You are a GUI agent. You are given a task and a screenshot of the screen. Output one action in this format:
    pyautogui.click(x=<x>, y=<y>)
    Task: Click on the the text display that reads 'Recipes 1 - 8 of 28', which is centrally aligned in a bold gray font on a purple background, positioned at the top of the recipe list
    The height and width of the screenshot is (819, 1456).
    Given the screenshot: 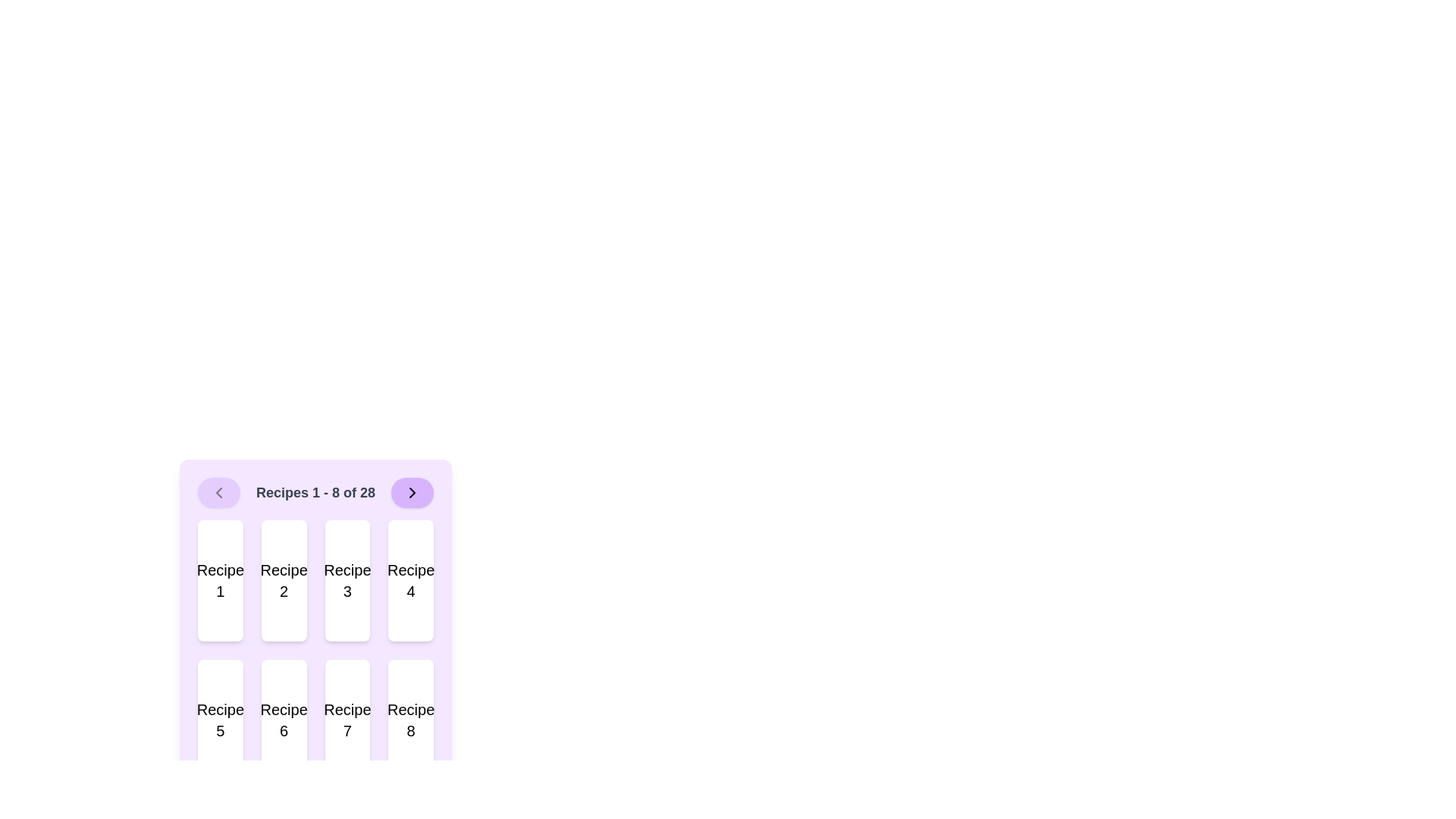 What is the action you would take?
    pyautogui.click(x=315, y=493)
    